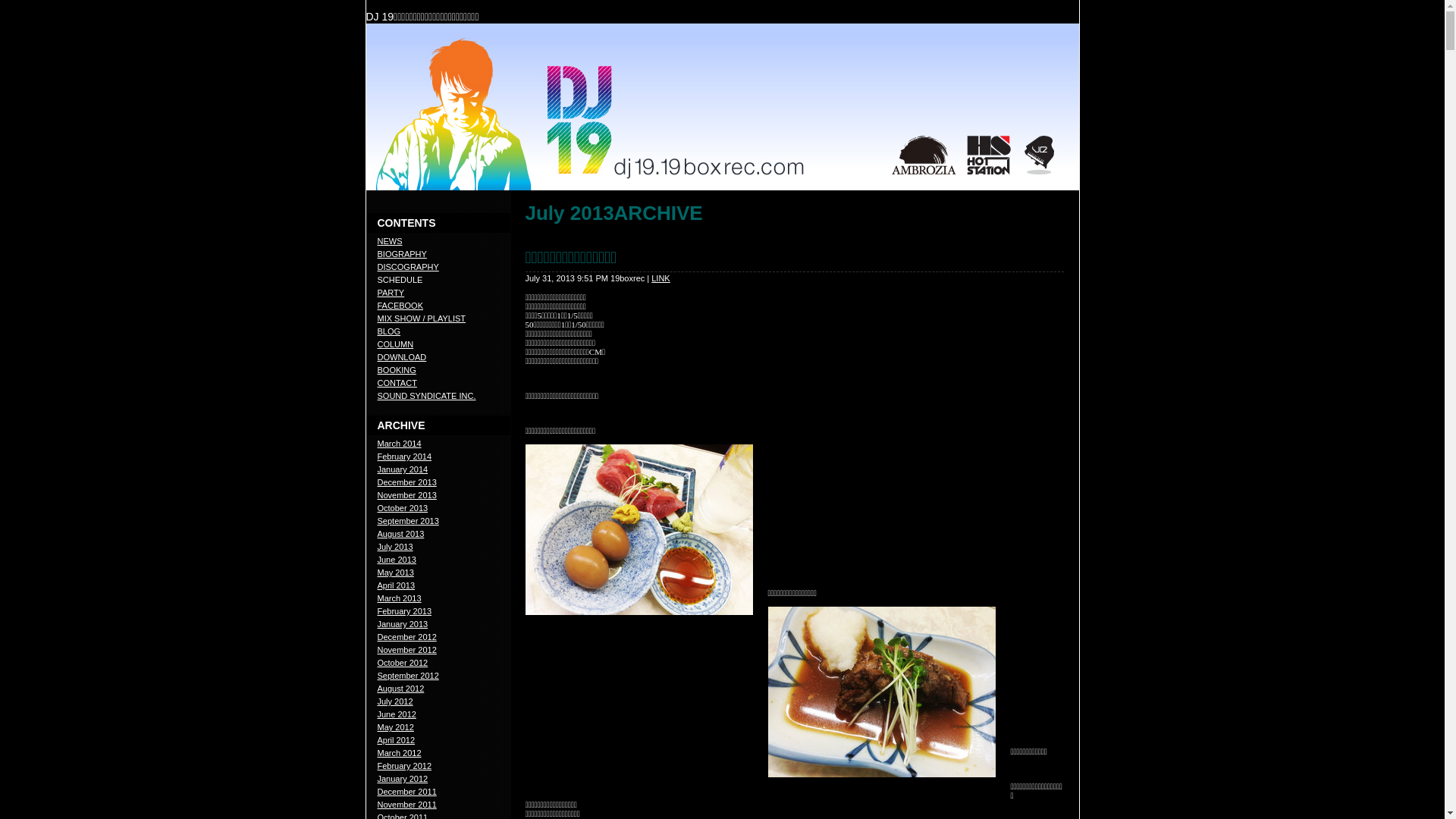 The width and height of the screenshot is (1456, 819). I want to click on 'March 2012', so click(400, 752).